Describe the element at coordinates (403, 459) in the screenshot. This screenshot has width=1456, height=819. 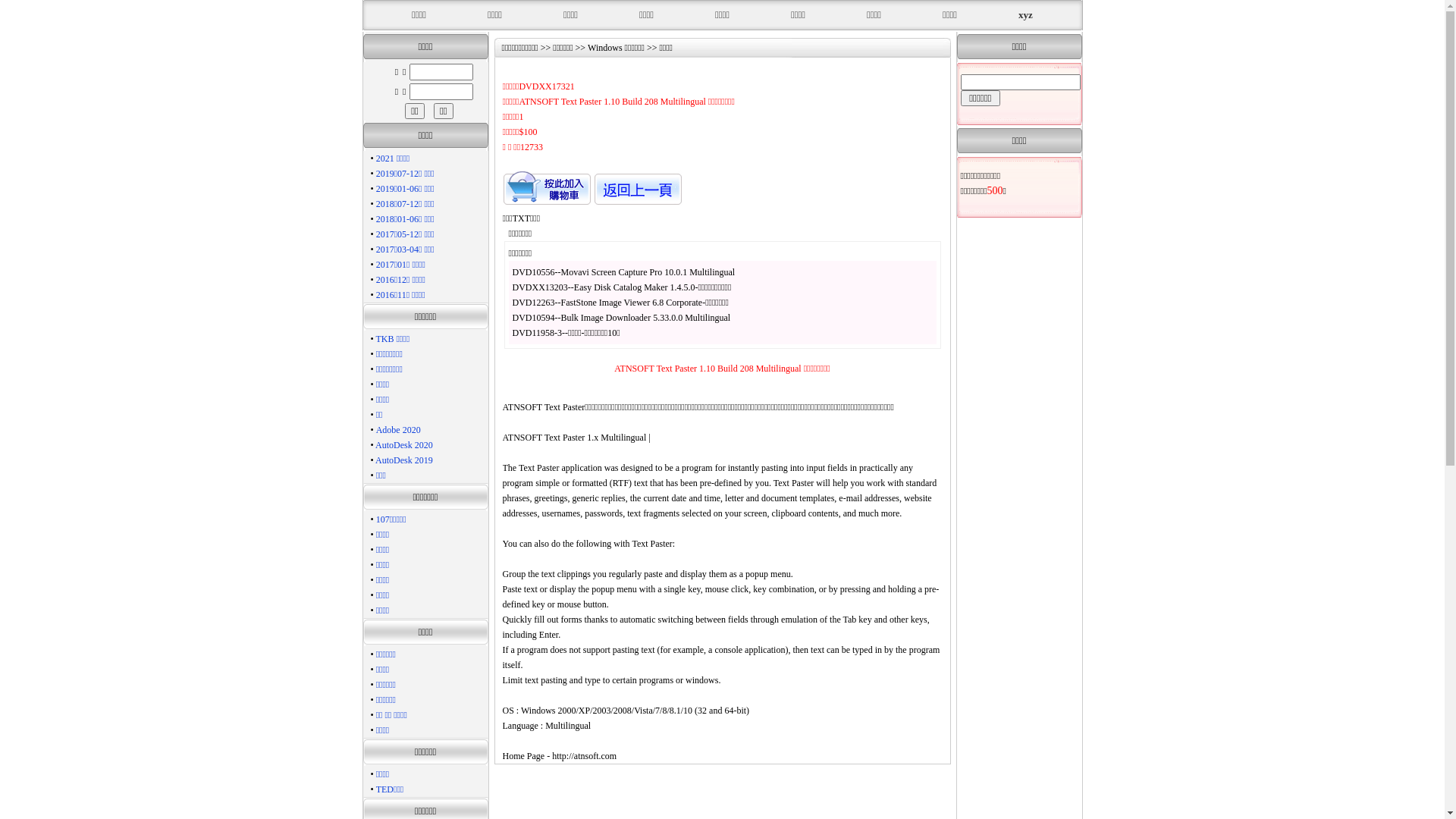
I see `'AutoDesk 2019'` at that location.